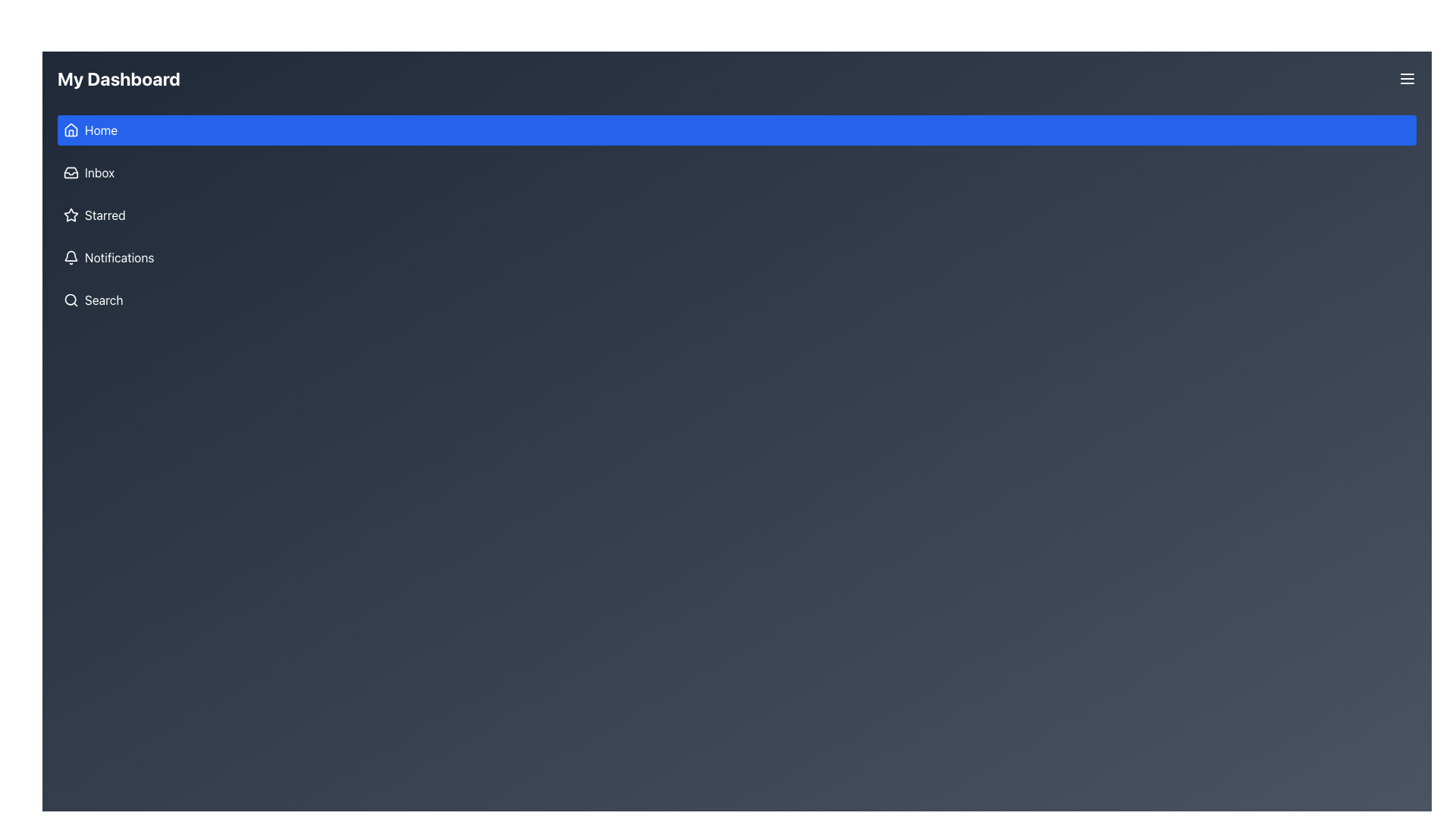 The width and height of the screenshot is (1456, 819). What do you see at coordinates (71, 215) in the screenshot?
I see `the hollow star icon located on the left panel of the dashboard, adjacent to the 'Starred' text label` at bounding box center [71, 215].